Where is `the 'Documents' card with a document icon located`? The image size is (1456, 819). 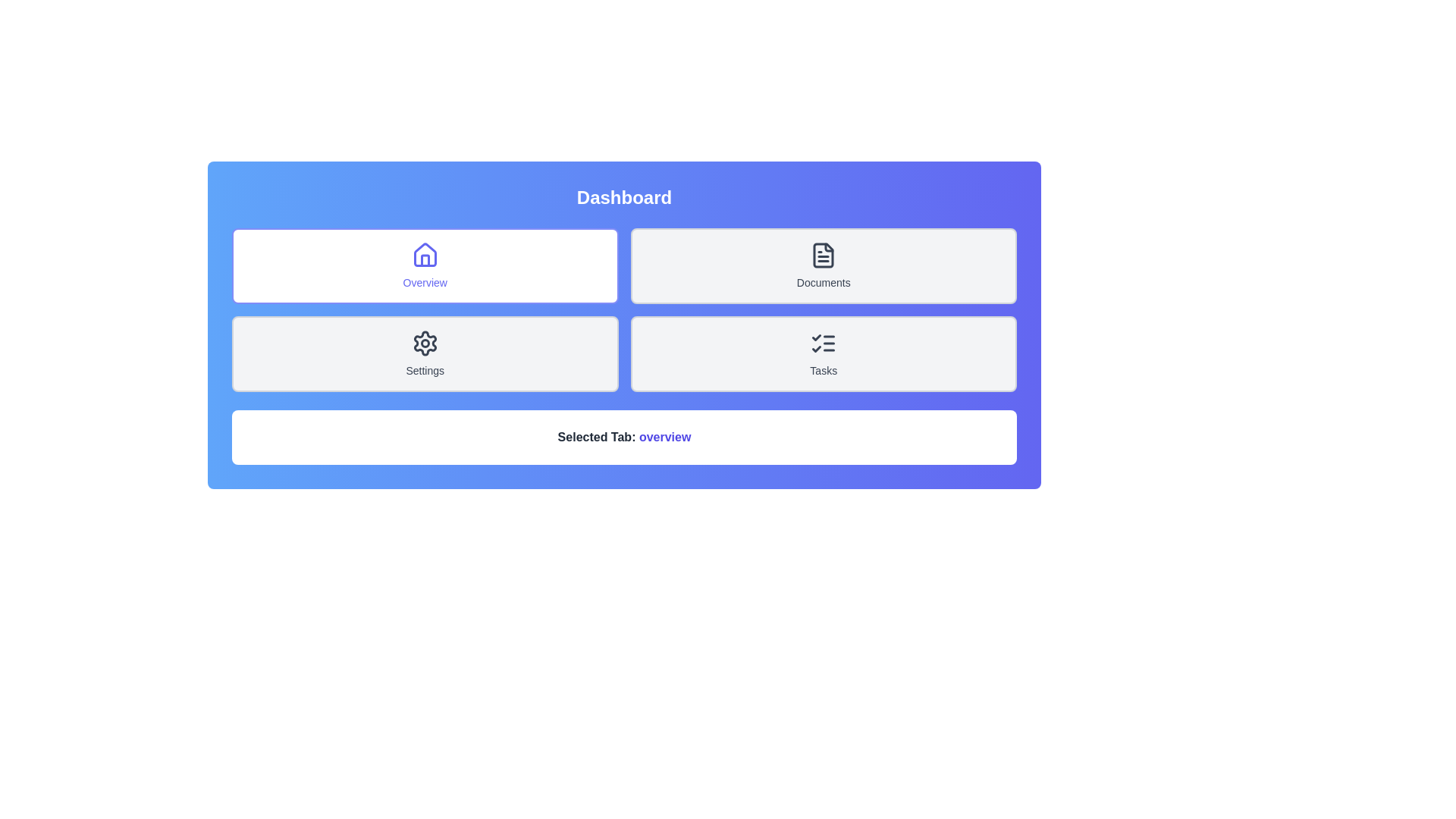
the 'Documents' card with a document icon located is located at coordinates (823, 265).